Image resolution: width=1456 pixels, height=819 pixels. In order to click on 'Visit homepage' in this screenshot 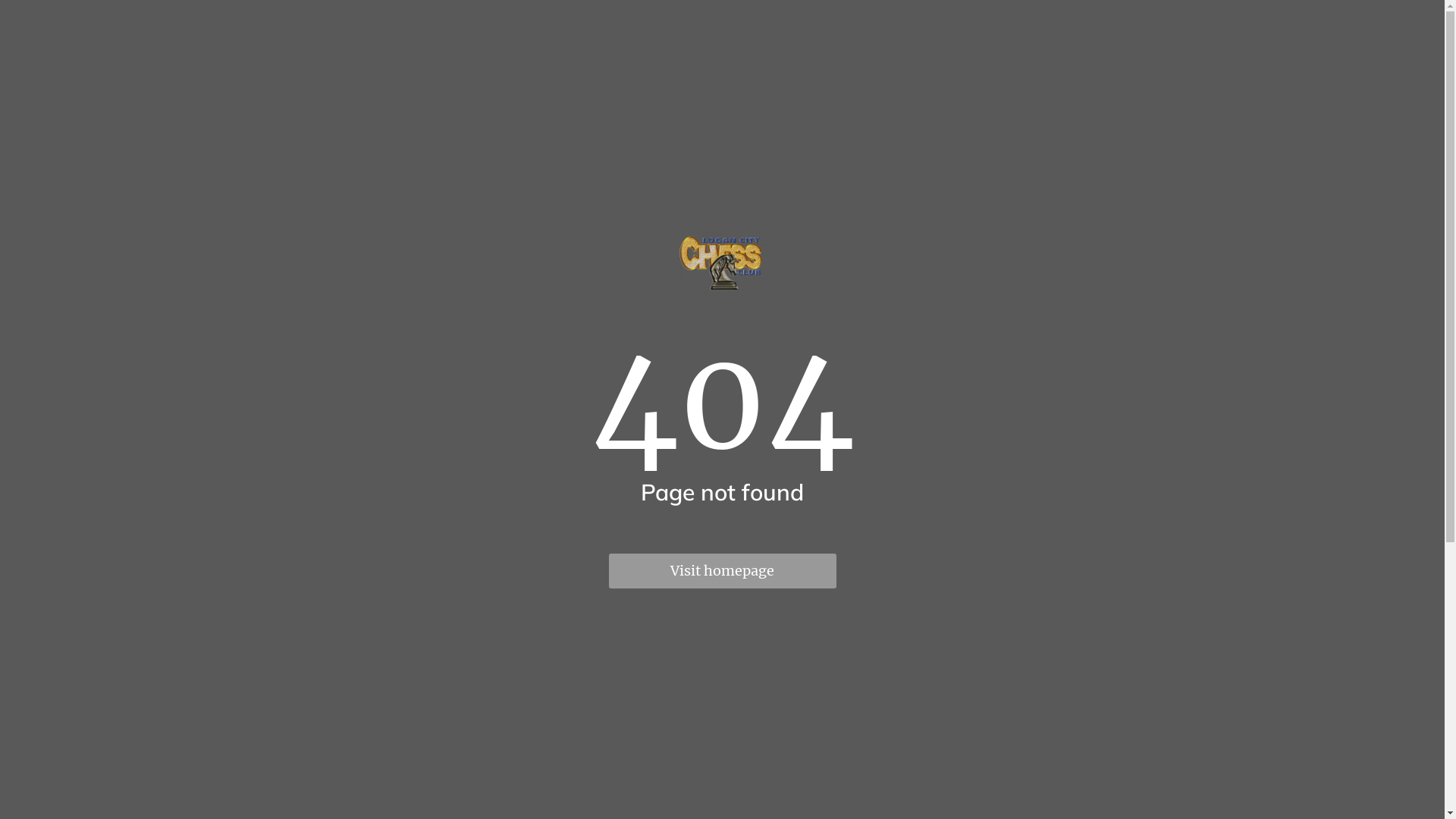, I will do `click(720, 570)`.